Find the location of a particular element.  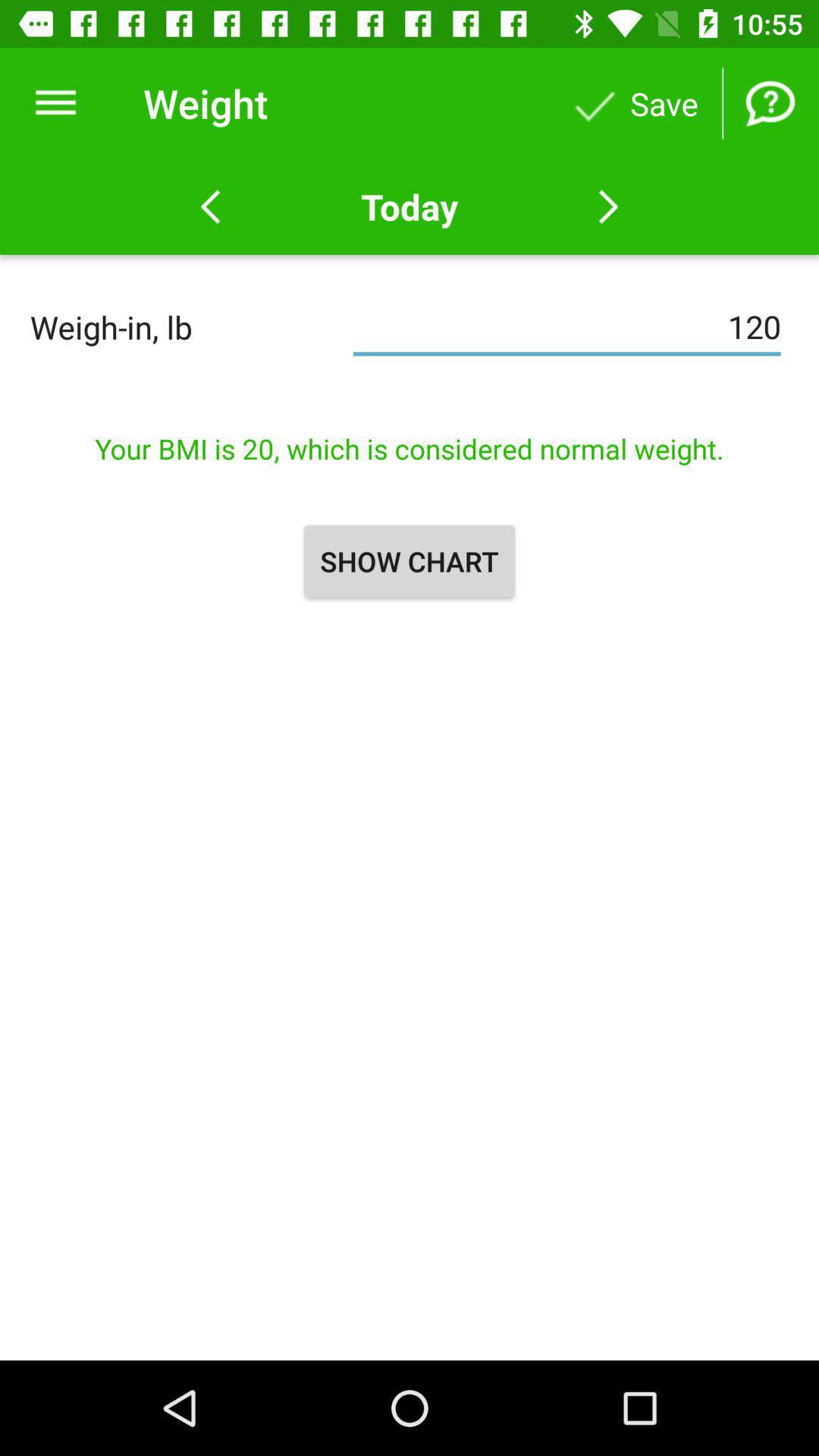

the show chart is located at coordinates (409, 560).